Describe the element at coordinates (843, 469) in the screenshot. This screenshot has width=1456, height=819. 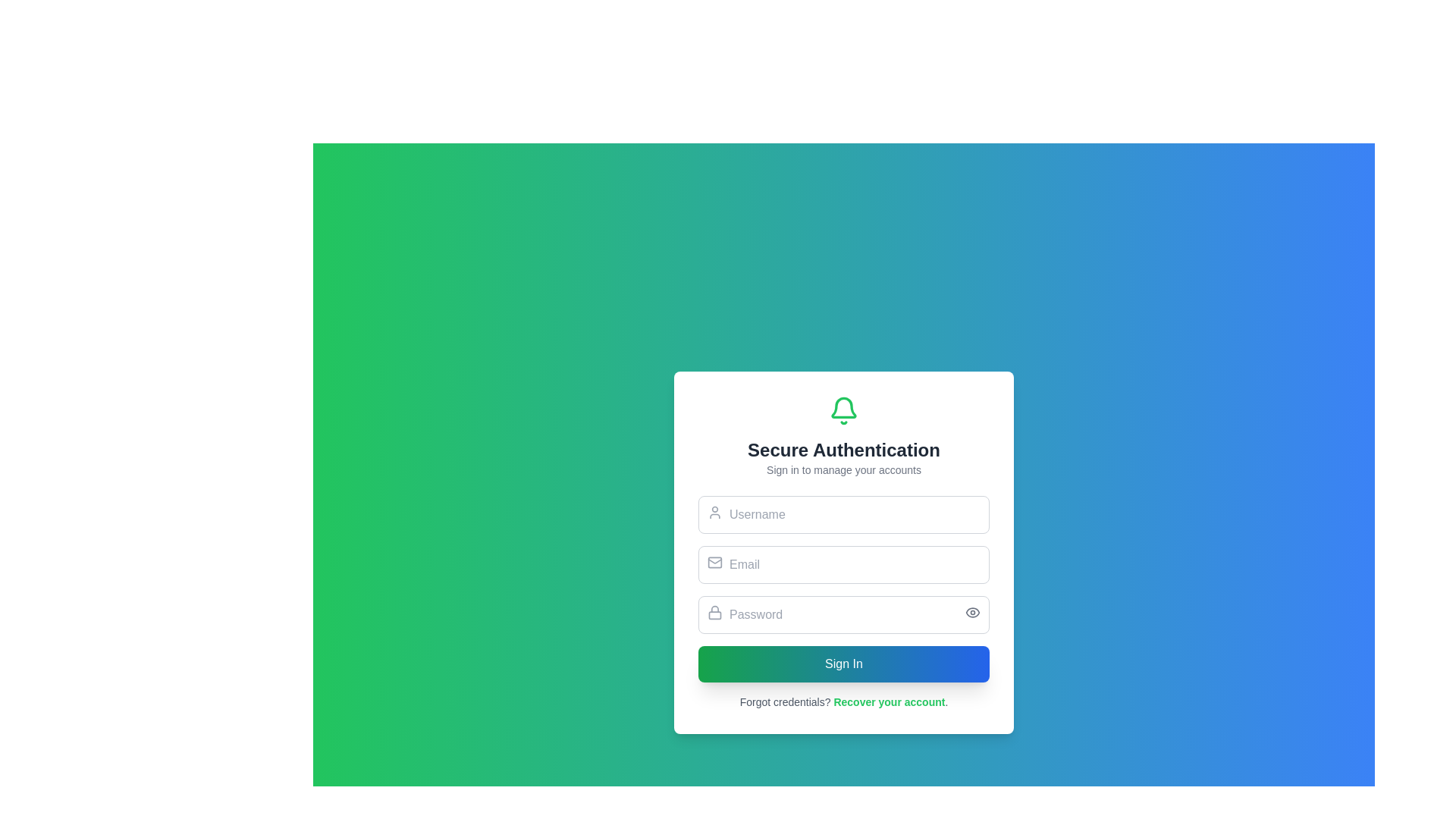
I see `the Static Text element displaying 'Sign in to manage your accounts', which is positioned below 'Secure Authentication' and above the user credential input fields` at that location.